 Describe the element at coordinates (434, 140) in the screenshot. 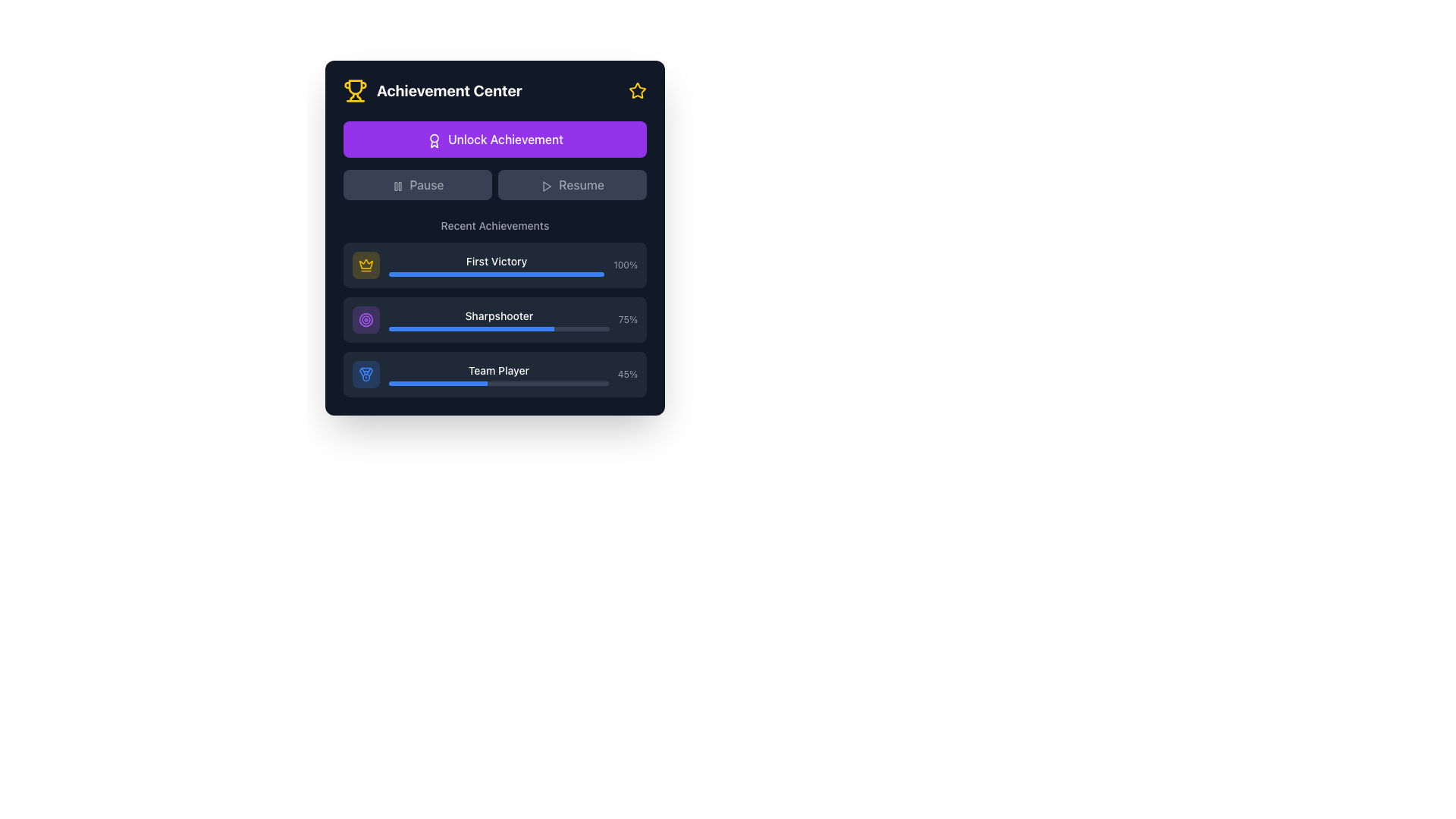

I see `the small award icon with a circular medal design that is positioned on the left side of the purple button labeled 'Unlock Achievement'` at that location.